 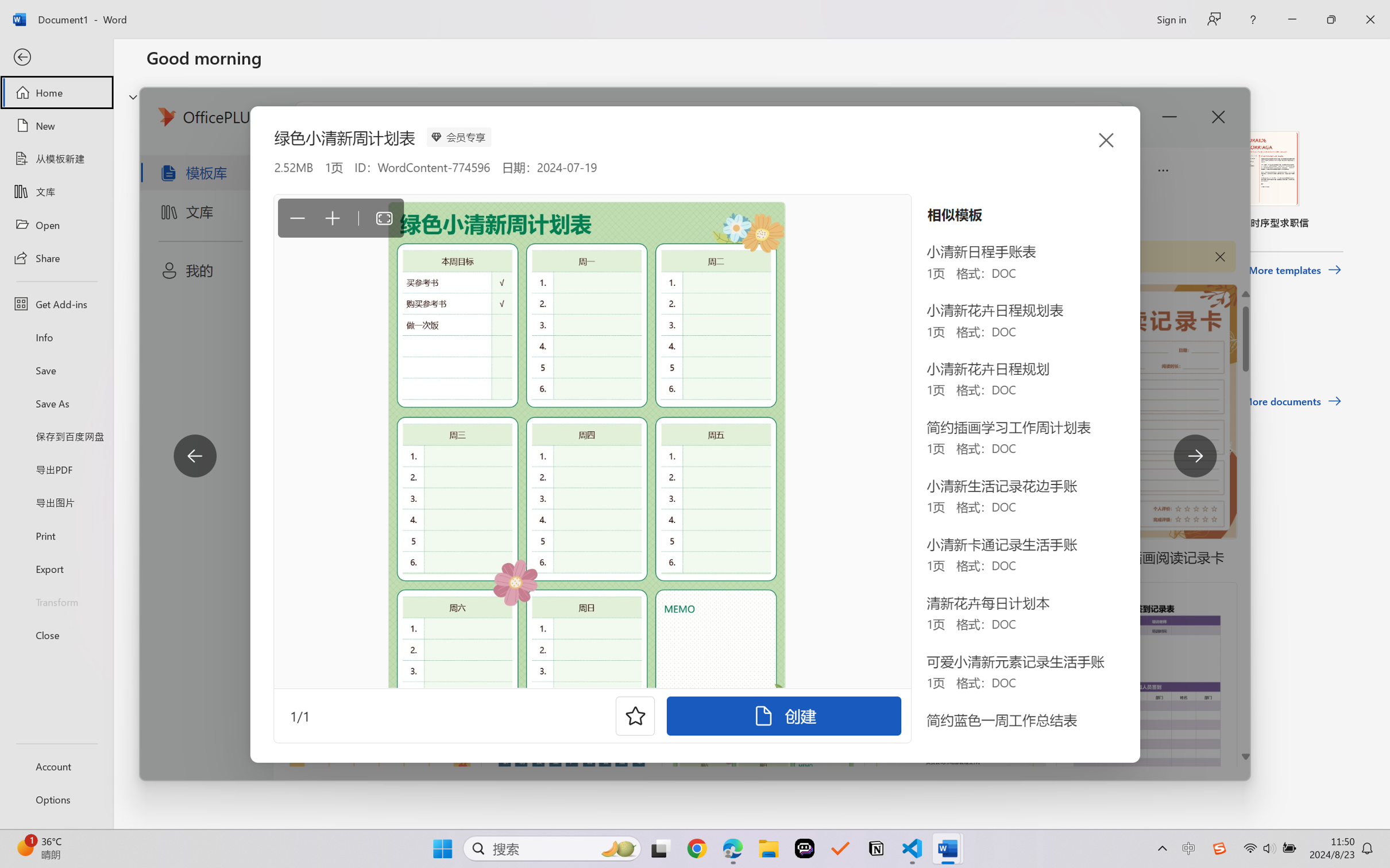 What do you see at coordinates (56, 600) in the screenshot?
I see `'Transform'` at bounding box center [56, 600].